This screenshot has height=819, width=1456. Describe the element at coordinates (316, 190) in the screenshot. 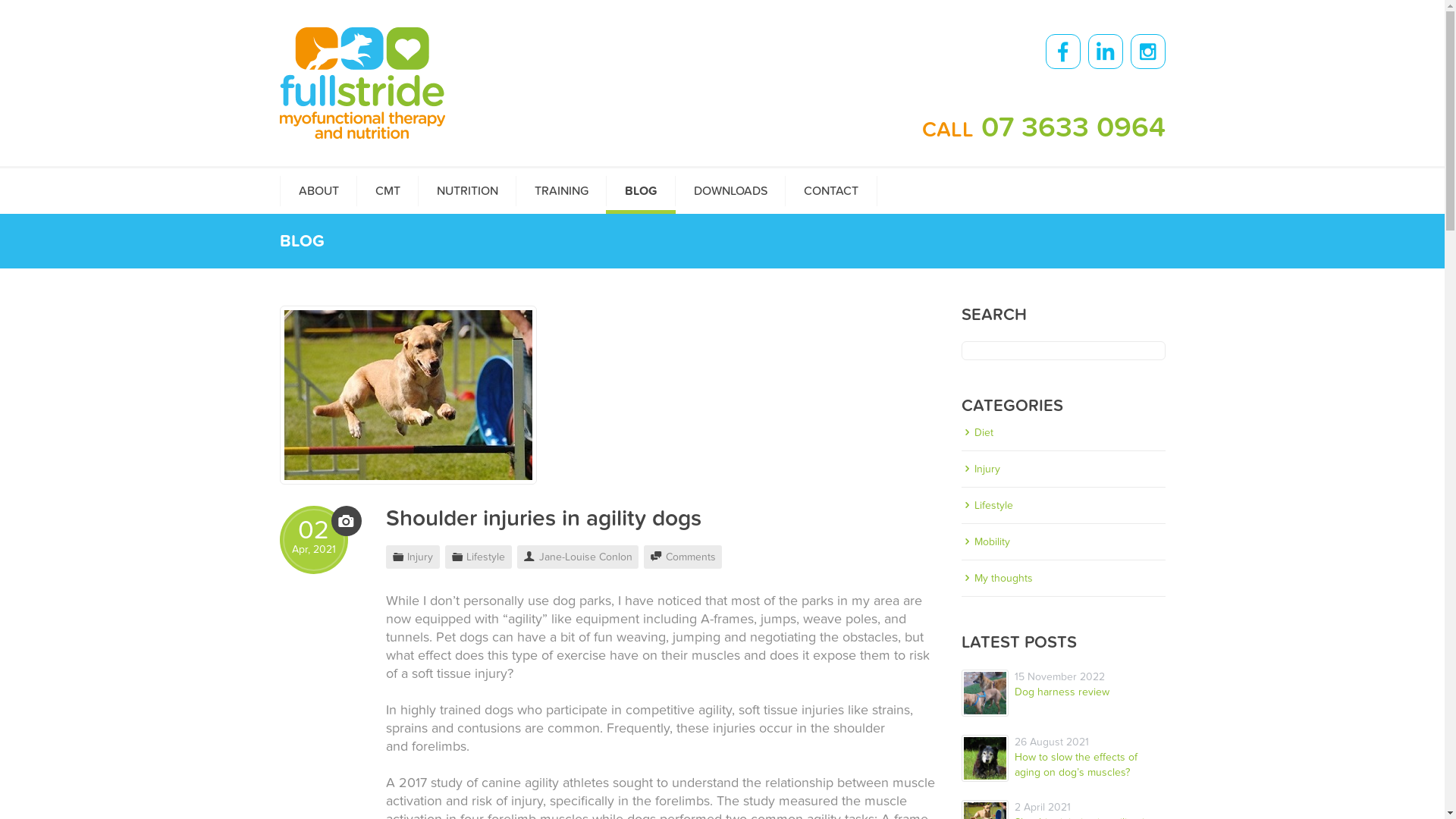

I see `'ABOUT'` at that location.